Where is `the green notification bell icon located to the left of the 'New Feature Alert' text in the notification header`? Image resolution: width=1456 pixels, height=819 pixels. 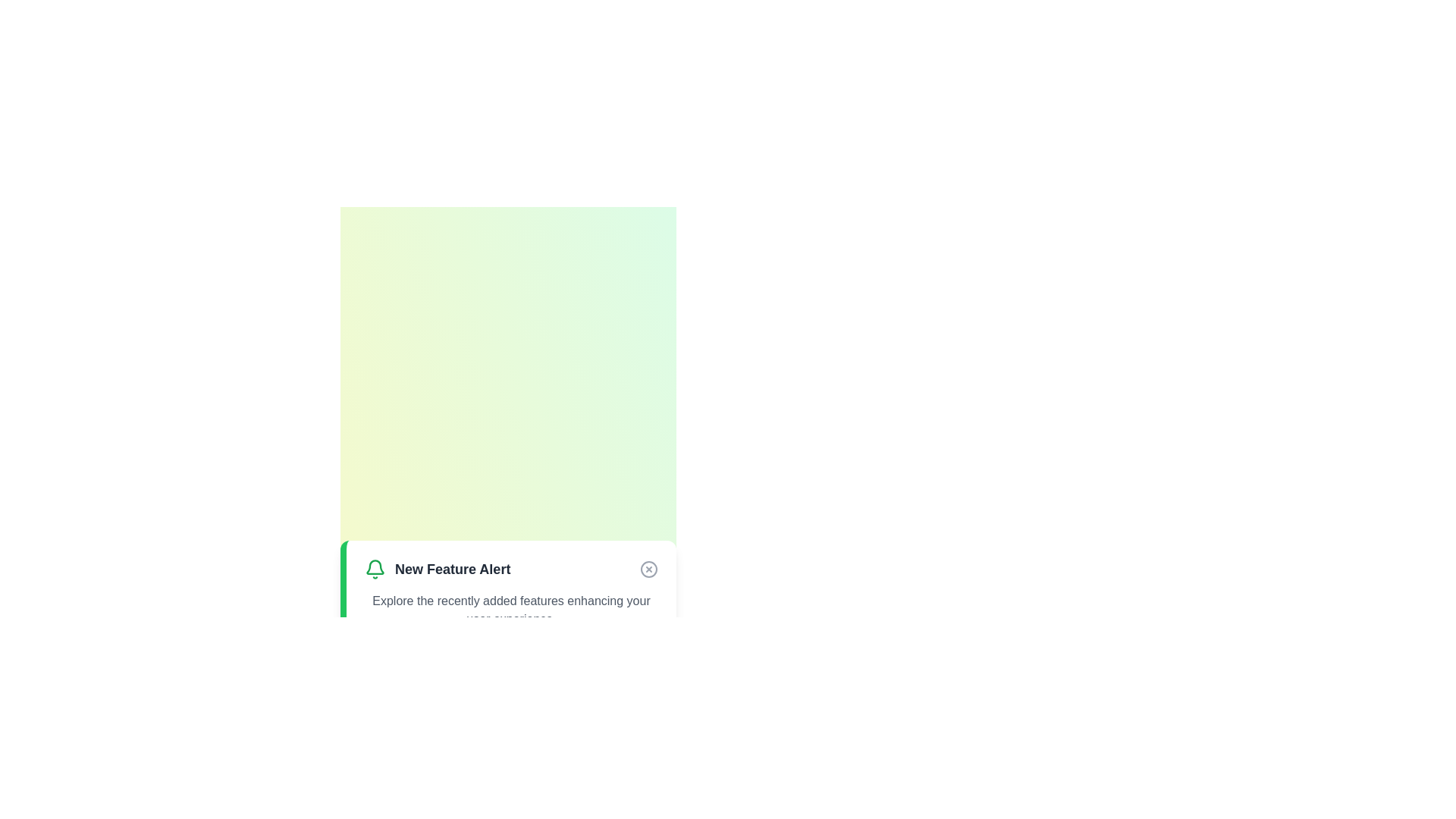 the green notification bell icon located to the left of the 'New Feature Alert' text in the notification header is located at coordinates (375, 567).